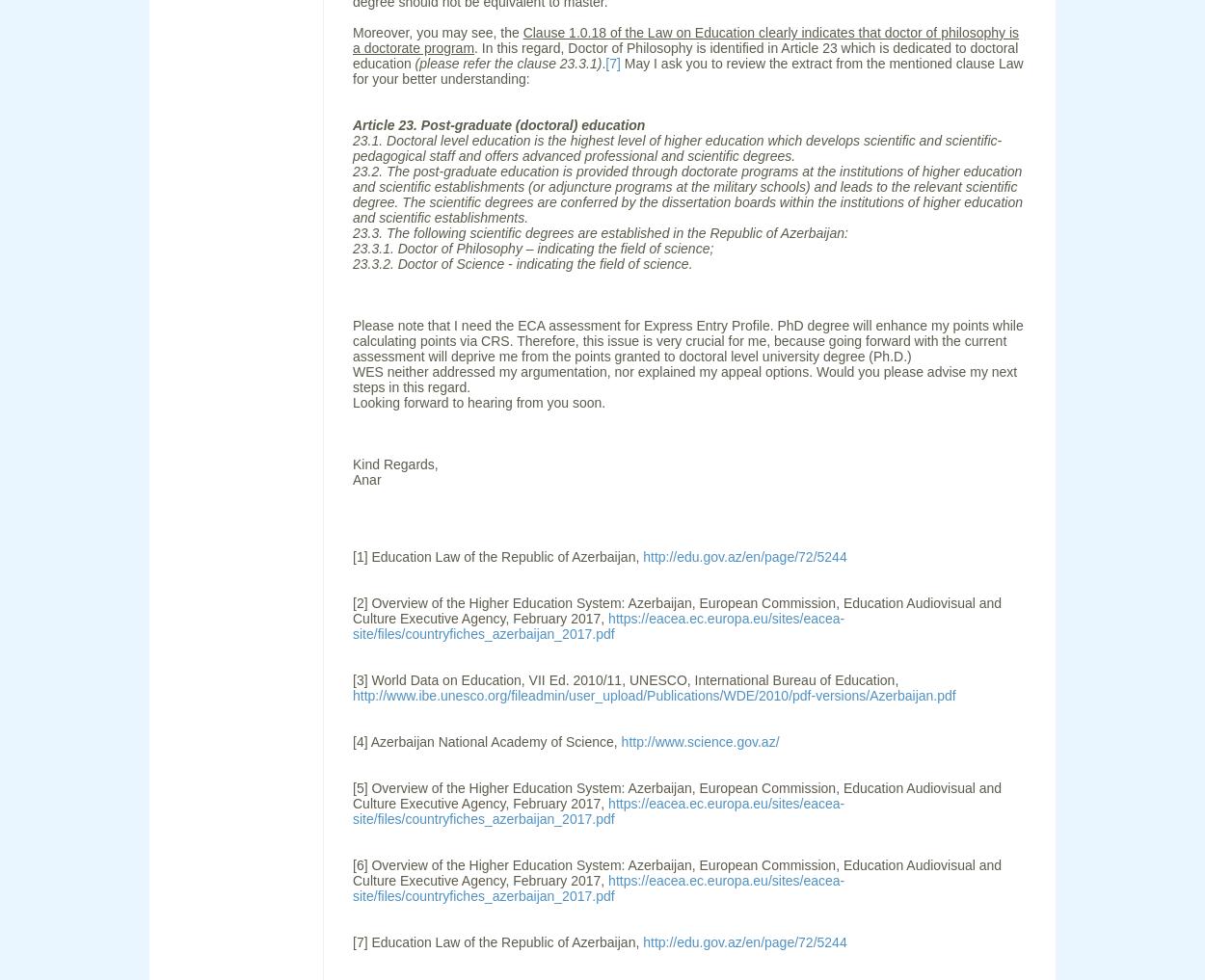 This screenshot has width=1205, height=980. Describe the element at coordinates (684, 40) in the screenshot. I see `'Clause 1.0.18 of the Law on Education clearly indicates that doctor of philosophy is a doctorate program'` at that location.